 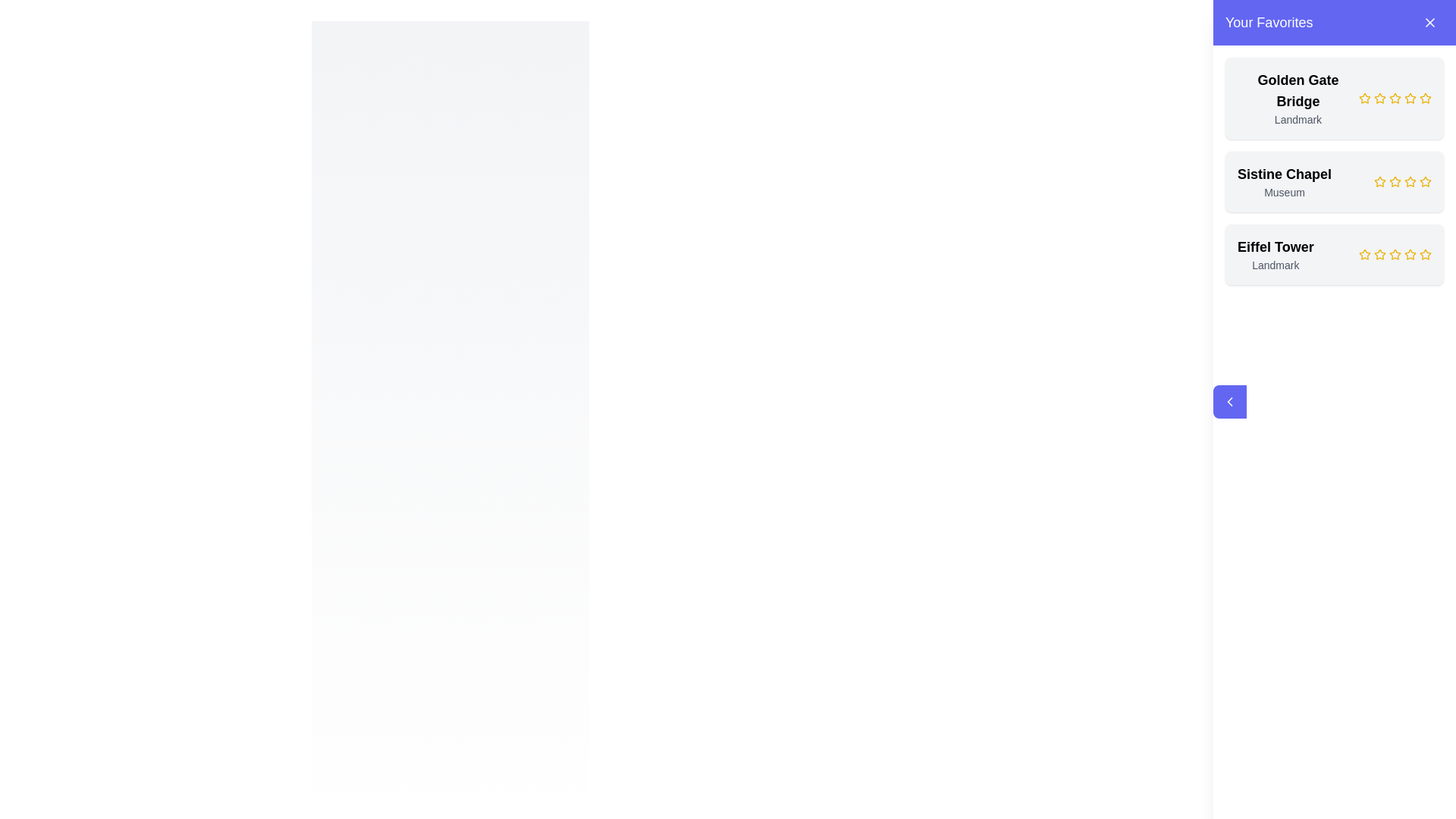 I want to click on the yellow hollow star icon located next to the 'Golden Gate Bridge' text in the 'Your Favorites' section to rate it, so click(x=1365, y=98).